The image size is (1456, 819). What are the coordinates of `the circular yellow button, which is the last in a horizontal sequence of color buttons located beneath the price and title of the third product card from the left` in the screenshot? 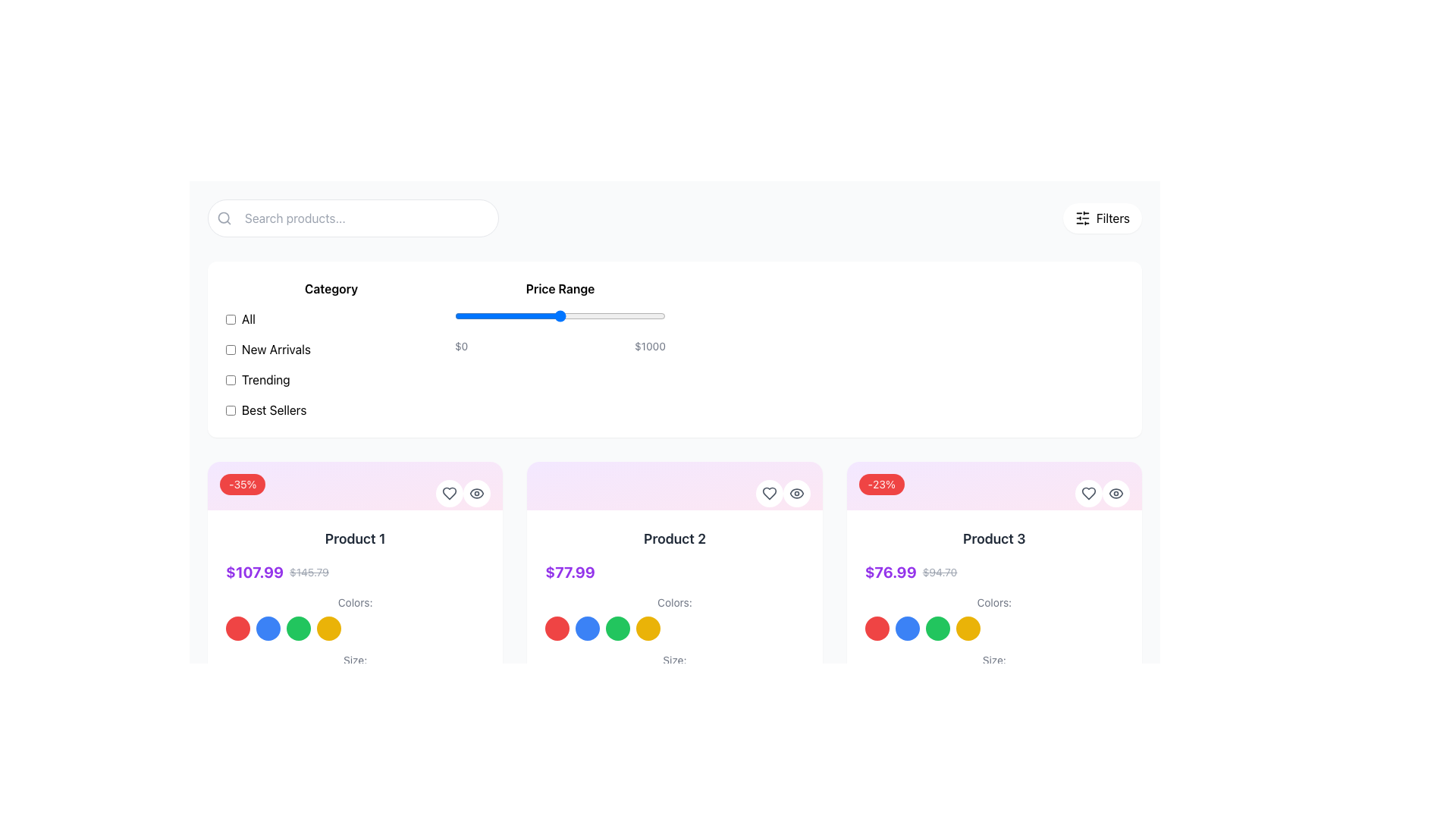 It's located at (967, 629).